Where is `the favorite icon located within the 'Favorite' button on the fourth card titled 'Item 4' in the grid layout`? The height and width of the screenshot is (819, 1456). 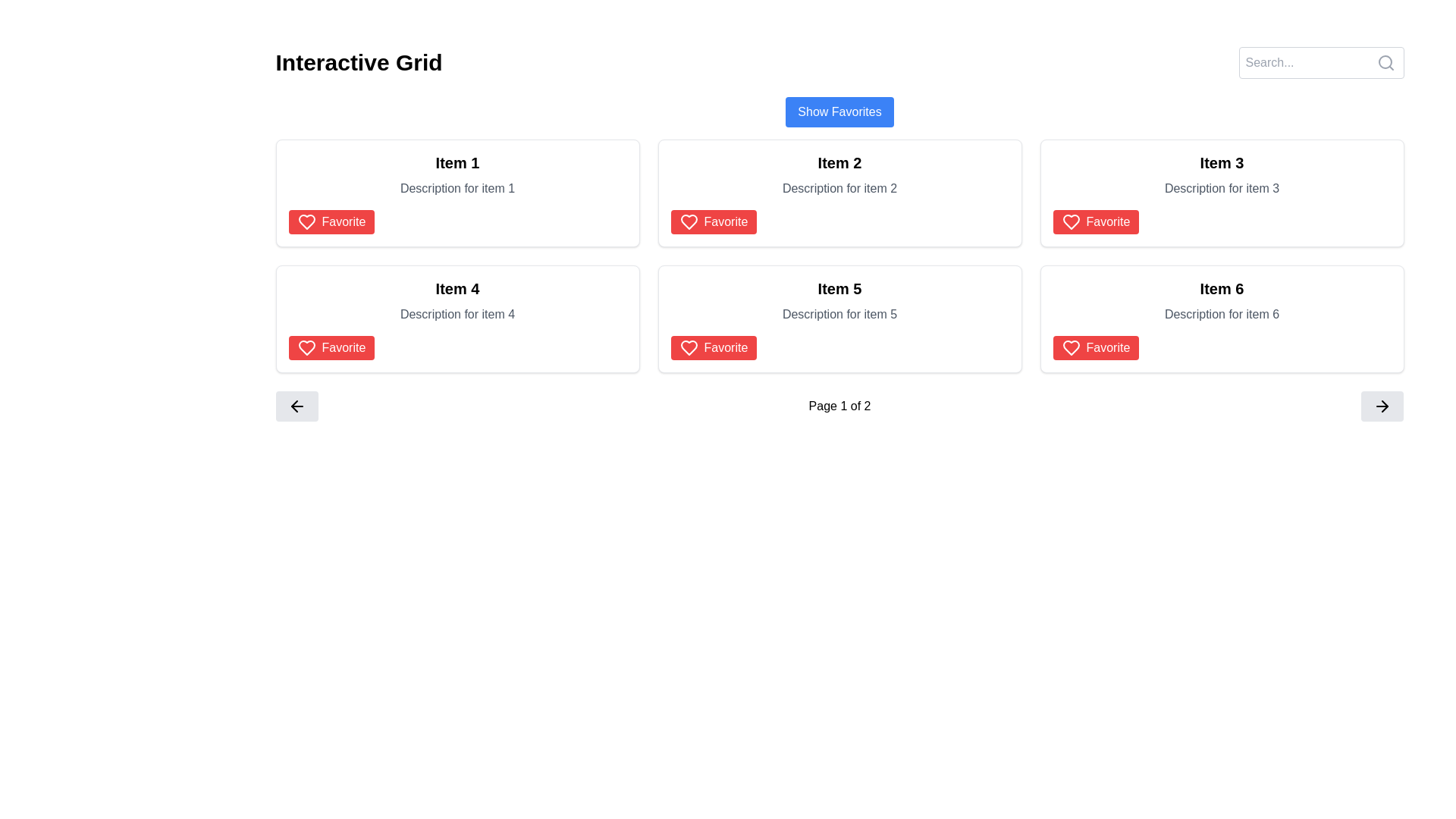
the favorite icon located within the 'Favorite' button on the fourth card titled 'Item 4' in the grid layout is located at coordinates (306, 348).